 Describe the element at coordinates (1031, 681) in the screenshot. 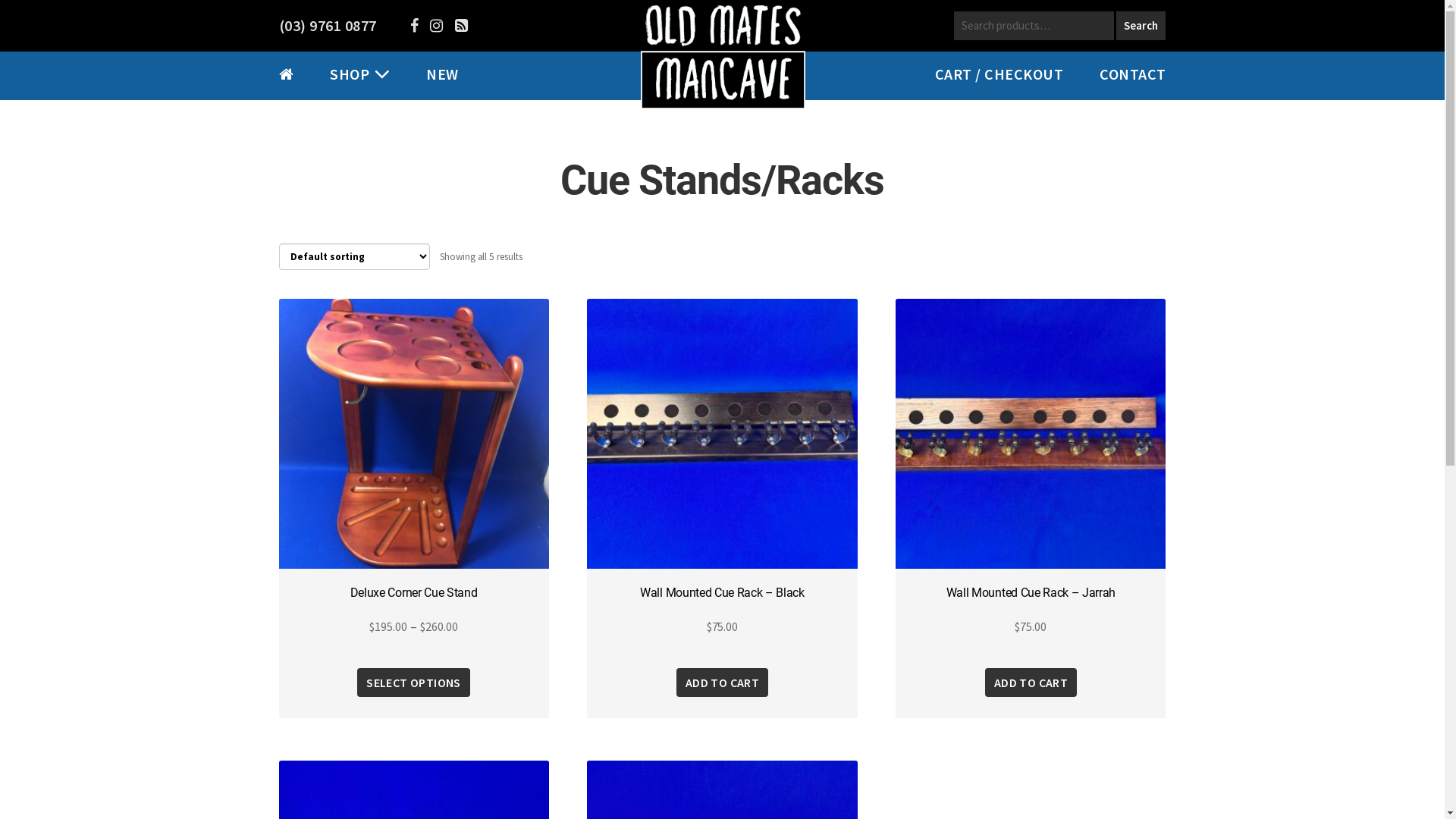

I see `'ADD TO CART'` at that location.